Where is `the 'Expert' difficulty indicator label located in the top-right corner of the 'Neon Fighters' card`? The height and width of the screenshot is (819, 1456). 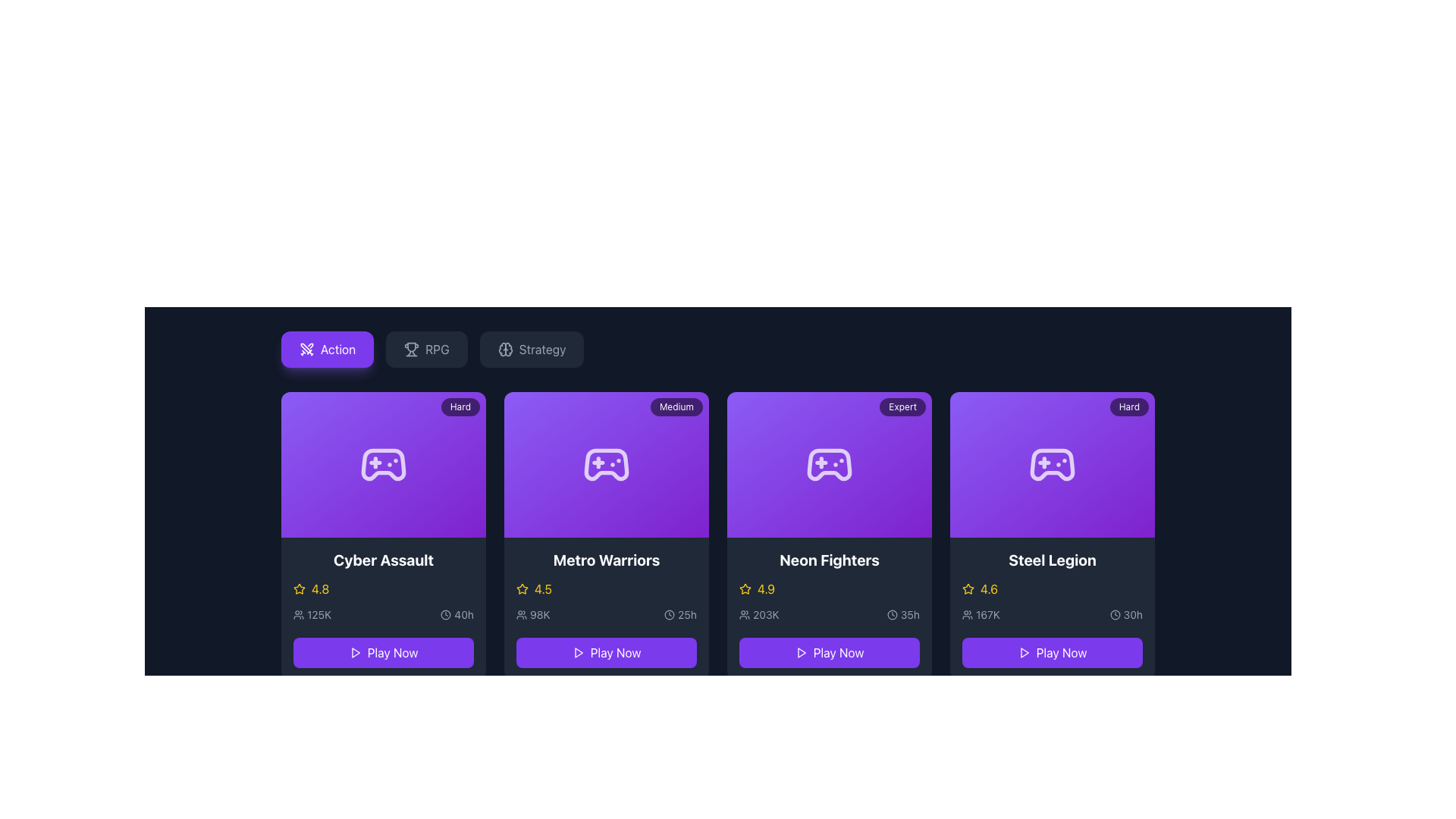
the 'Expert' difficulty indicator label located in the top-right corner of the 'Neon Fighters' card is located at coordinates (902, 406).